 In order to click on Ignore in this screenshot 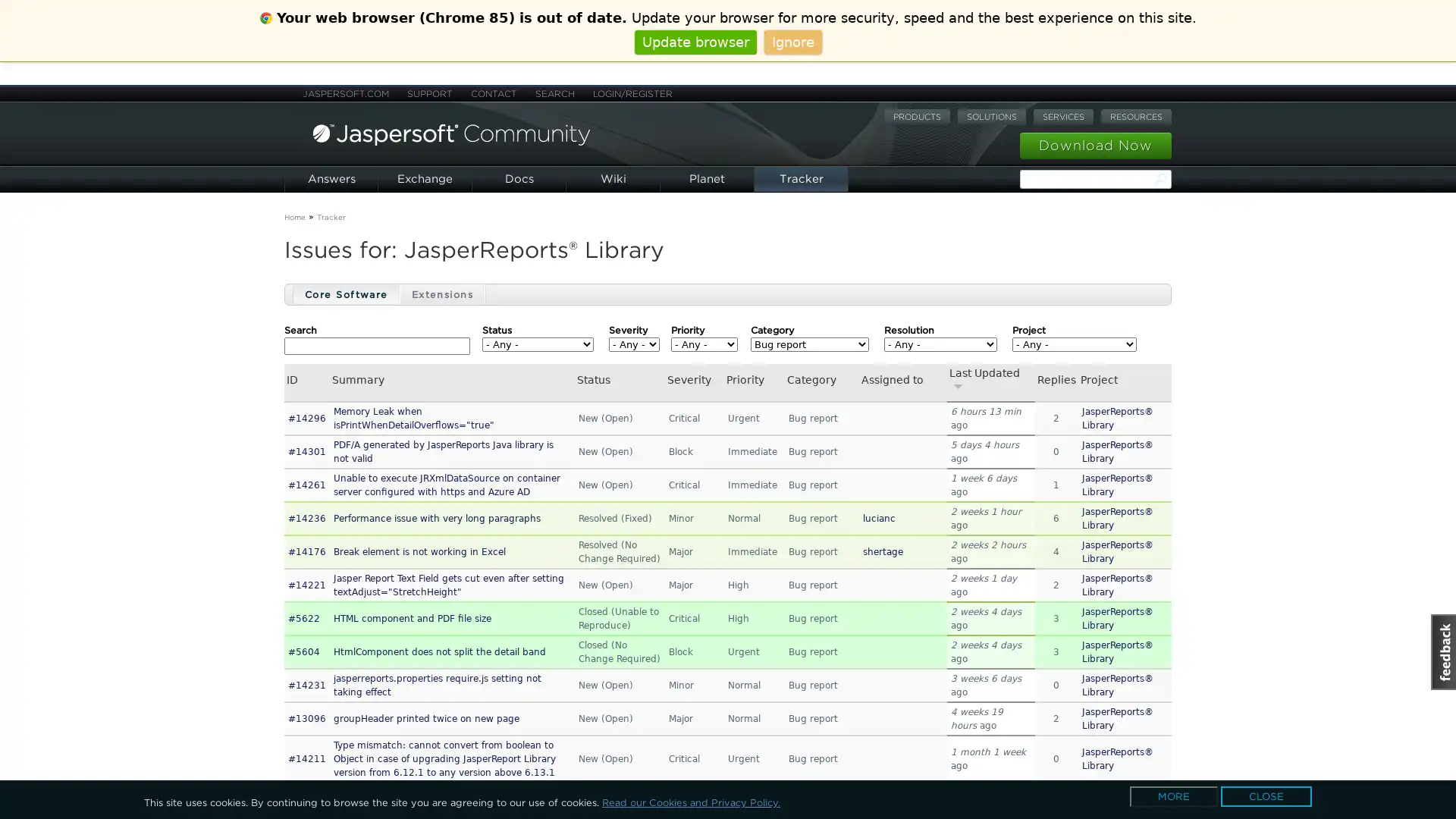, I will do `click(792, 41)`.